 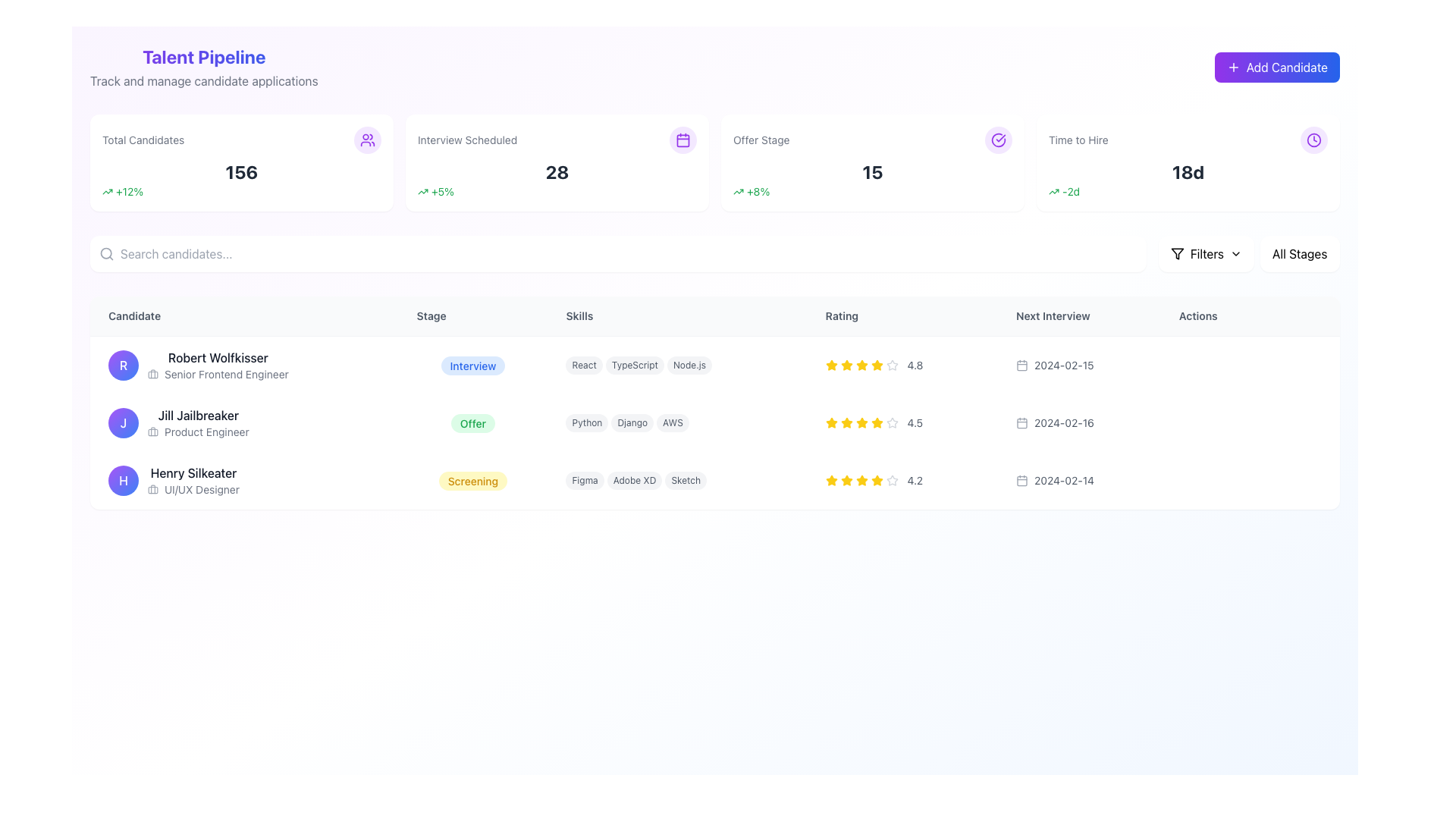 I want to click on the 'Adobe XD' label, which is a pill-shaped label with a gray background, located in the 'Skills' column associated with 'Henry Silkeater', so click(x=635, y=480).